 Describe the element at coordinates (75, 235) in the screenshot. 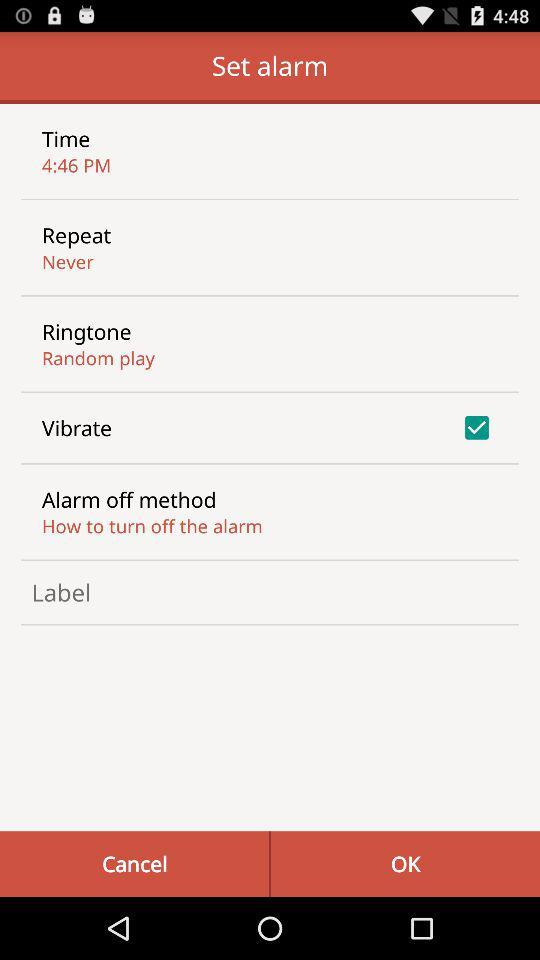

I see `the repeat` at that location.